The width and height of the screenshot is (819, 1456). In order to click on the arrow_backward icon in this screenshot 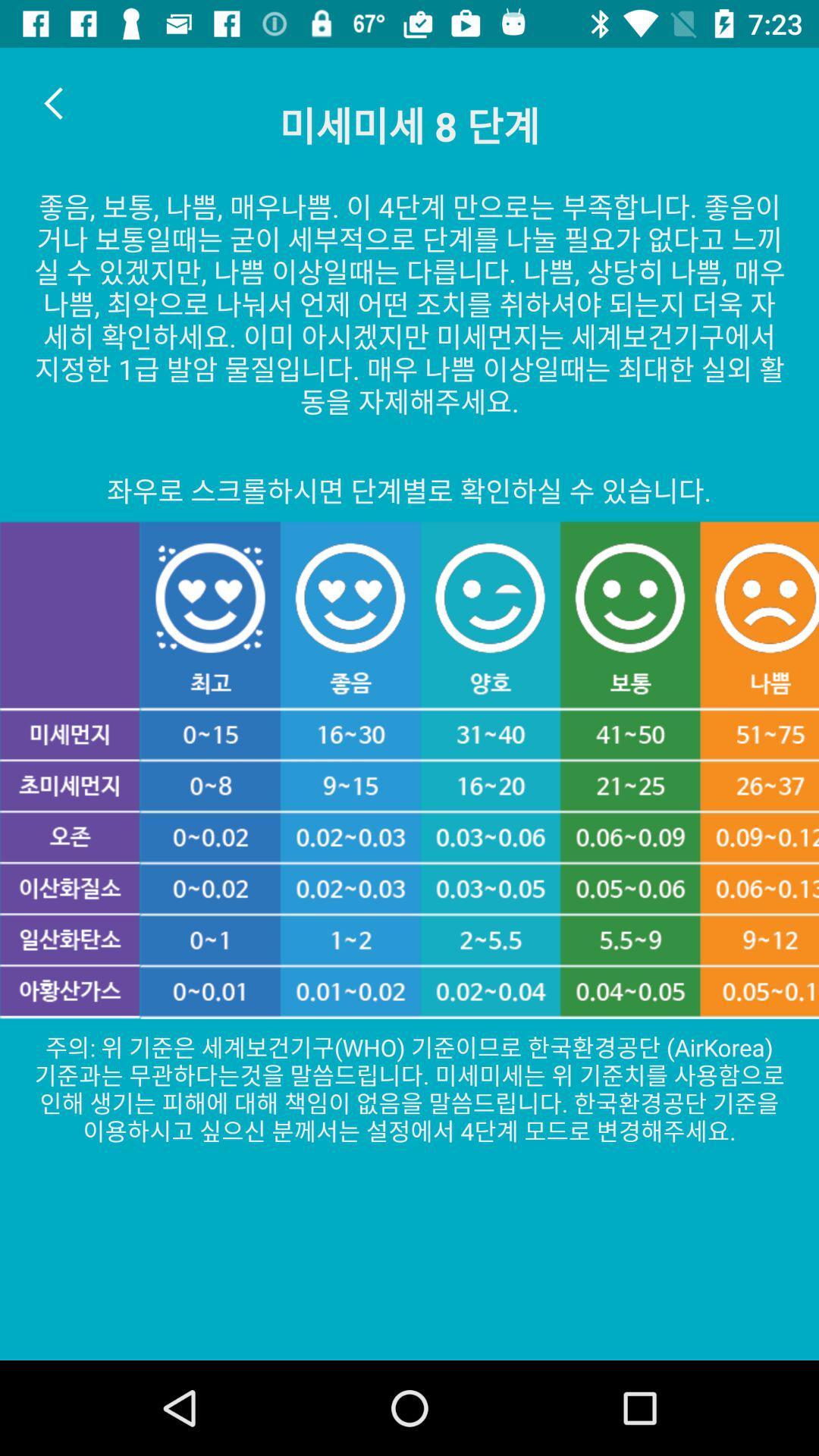, I will do `click(55, 102)`.